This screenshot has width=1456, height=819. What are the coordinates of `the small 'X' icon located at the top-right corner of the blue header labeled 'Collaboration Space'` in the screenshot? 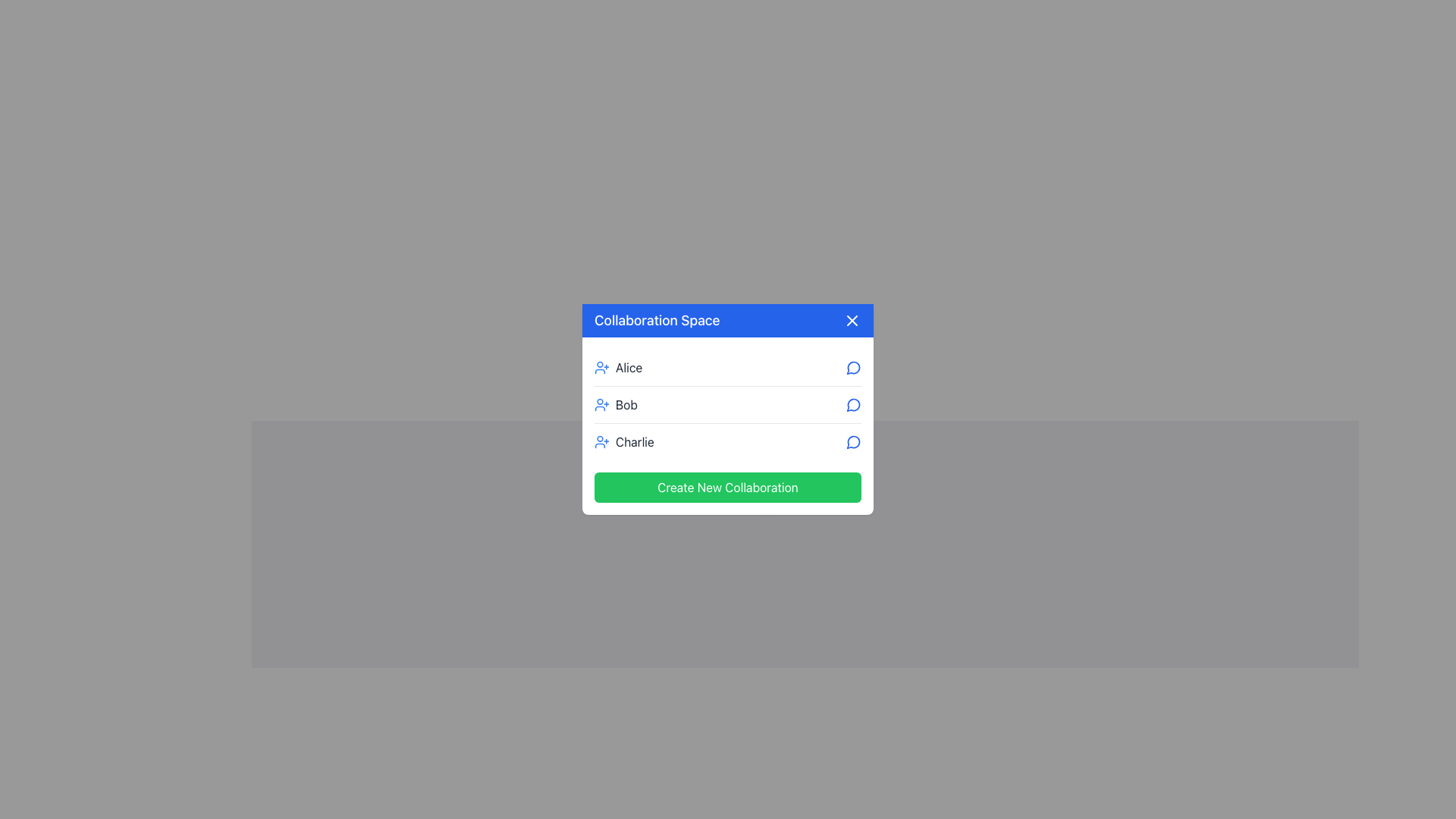 It's located at (852, 320).